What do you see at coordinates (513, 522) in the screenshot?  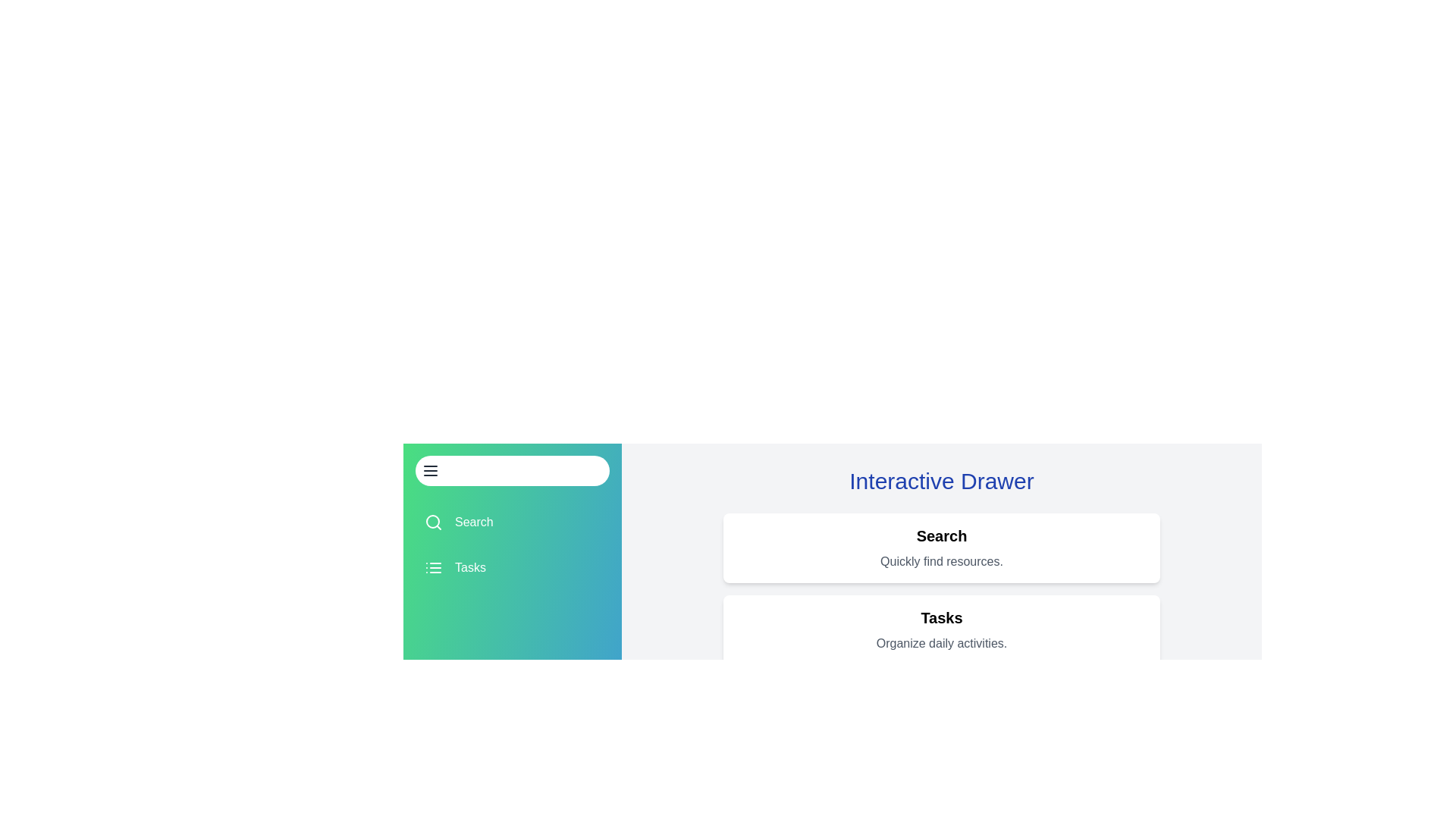 I see `the drawer item Search to view its details` at bounding box center [513, 522].